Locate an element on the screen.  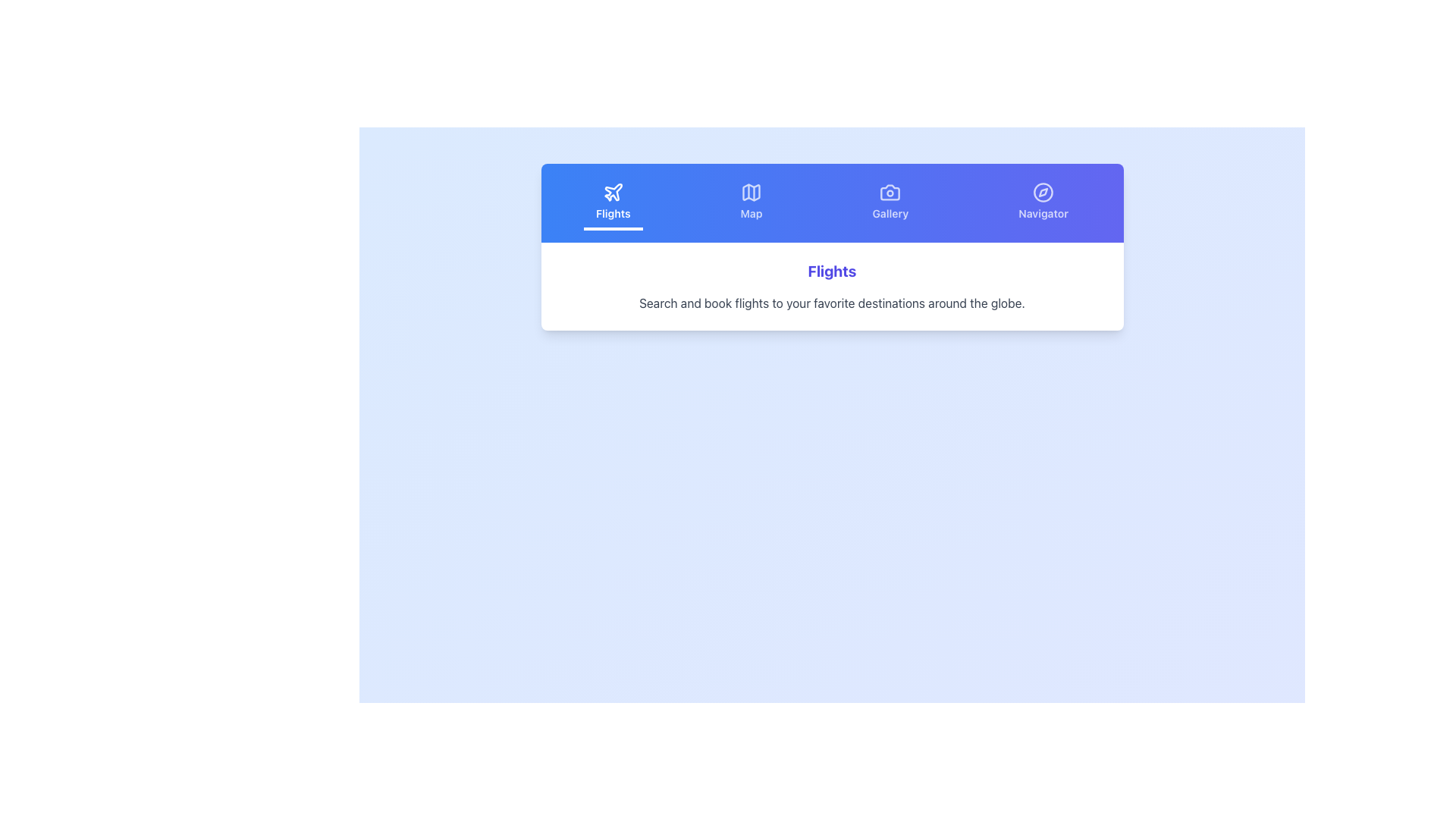
the Text label for the 'Flights' navigation tab, which is positioned below an airplane icon and part of the first tab of navigation options is located at coordinates (613, 213).